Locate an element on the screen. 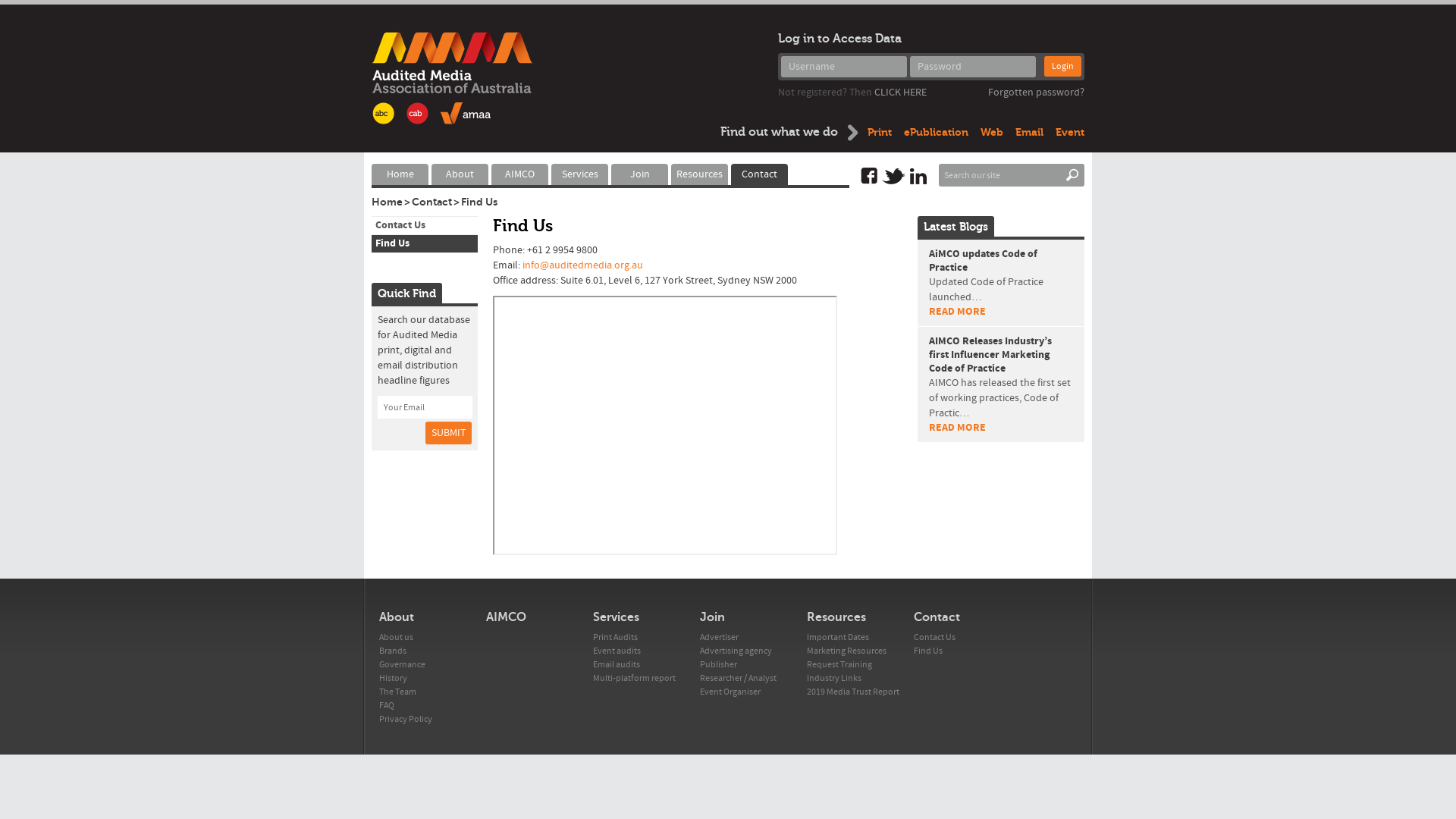 The image size is (1456, 819). 'Home' is located at coordinates (400, 174).